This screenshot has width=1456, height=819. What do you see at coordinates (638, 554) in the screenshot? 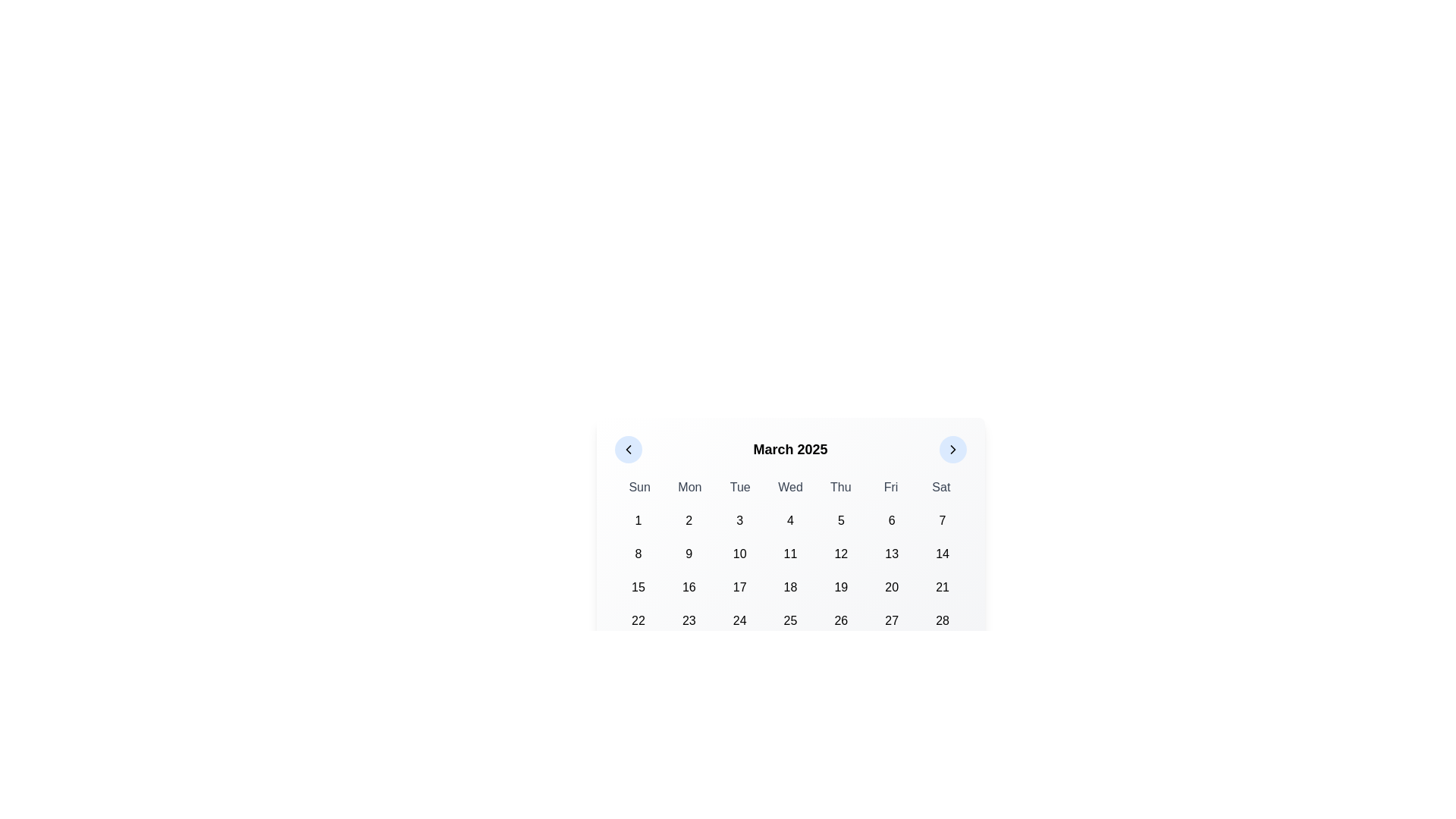
I see `the calendar day cell displaying the number '8'` at bounding box center [638, 554].